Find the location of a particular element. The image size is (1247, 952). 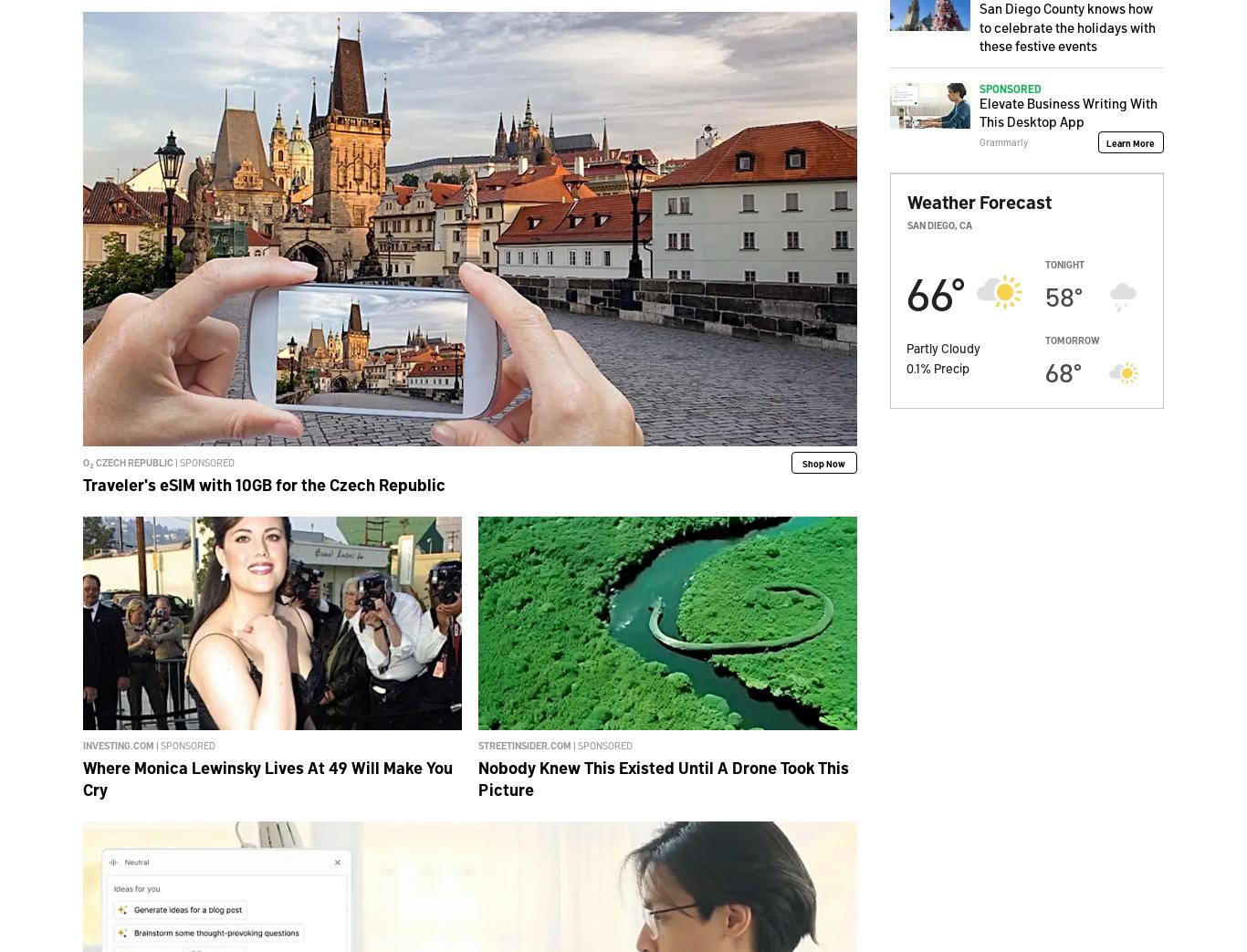

'Tonight' is located at coordinates (1064, 264).